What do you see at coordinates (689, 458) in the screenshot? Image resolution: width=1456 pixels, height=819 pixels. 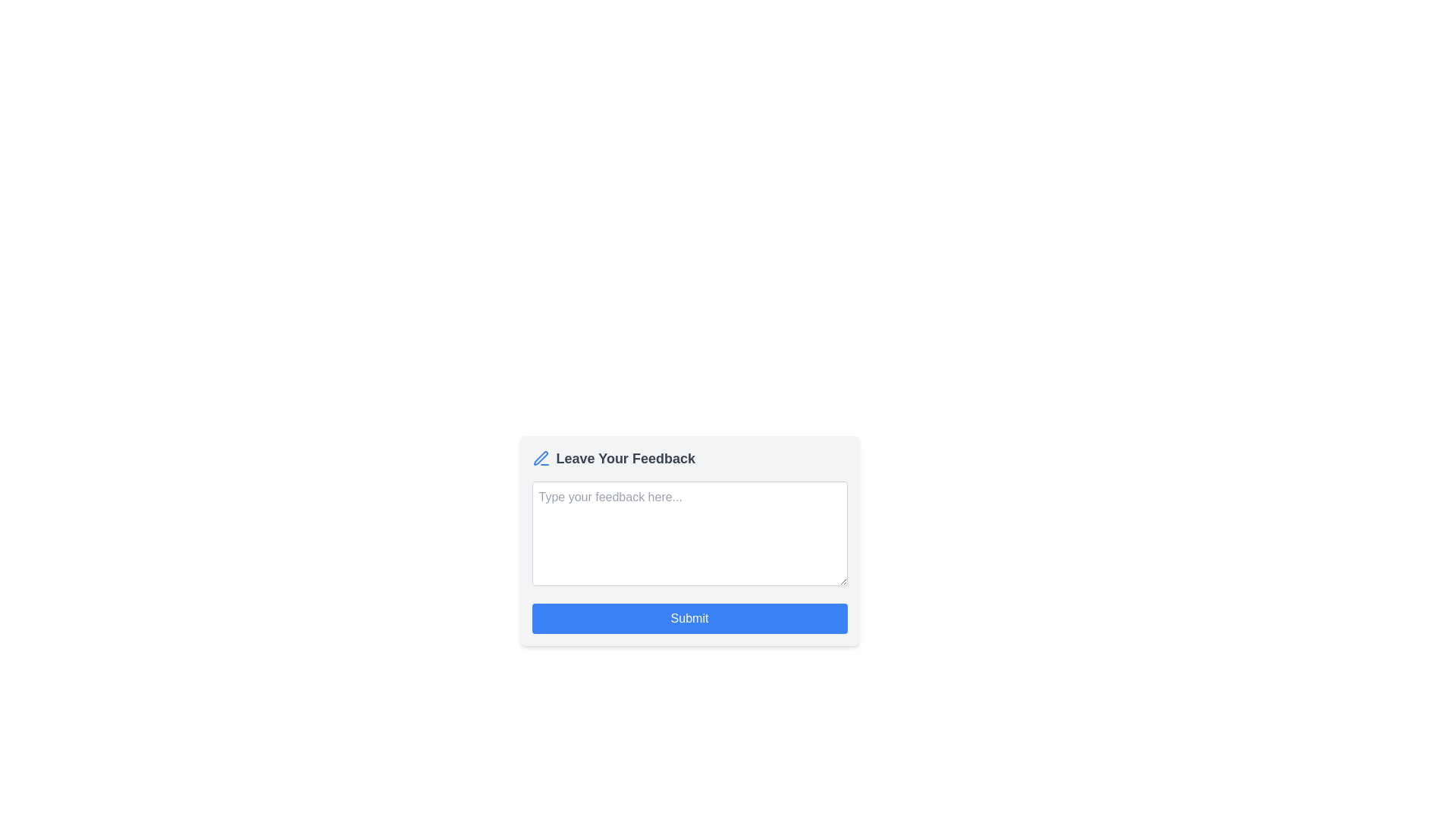 I see `the 'Leave Your Feedback' header element, which consists of a blue pen icon followed by bold gray text, located at the top of the feedback component` at bounding box center [689, 458].